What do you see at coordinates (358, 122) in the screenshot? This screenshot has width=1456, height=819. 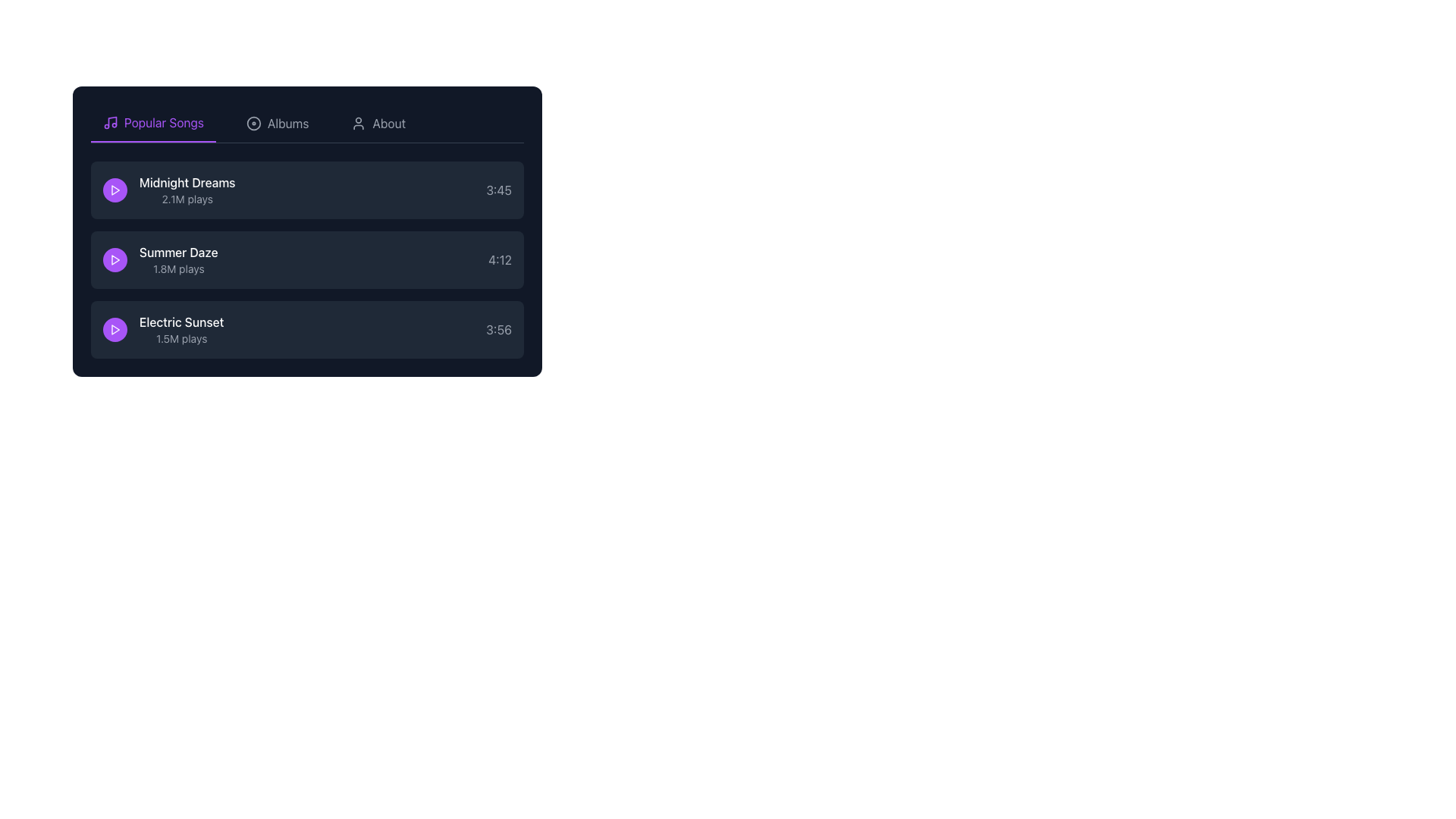 I see `the user profile icon preceding the label 'About' to view more options` at bounding box center [358, 122].